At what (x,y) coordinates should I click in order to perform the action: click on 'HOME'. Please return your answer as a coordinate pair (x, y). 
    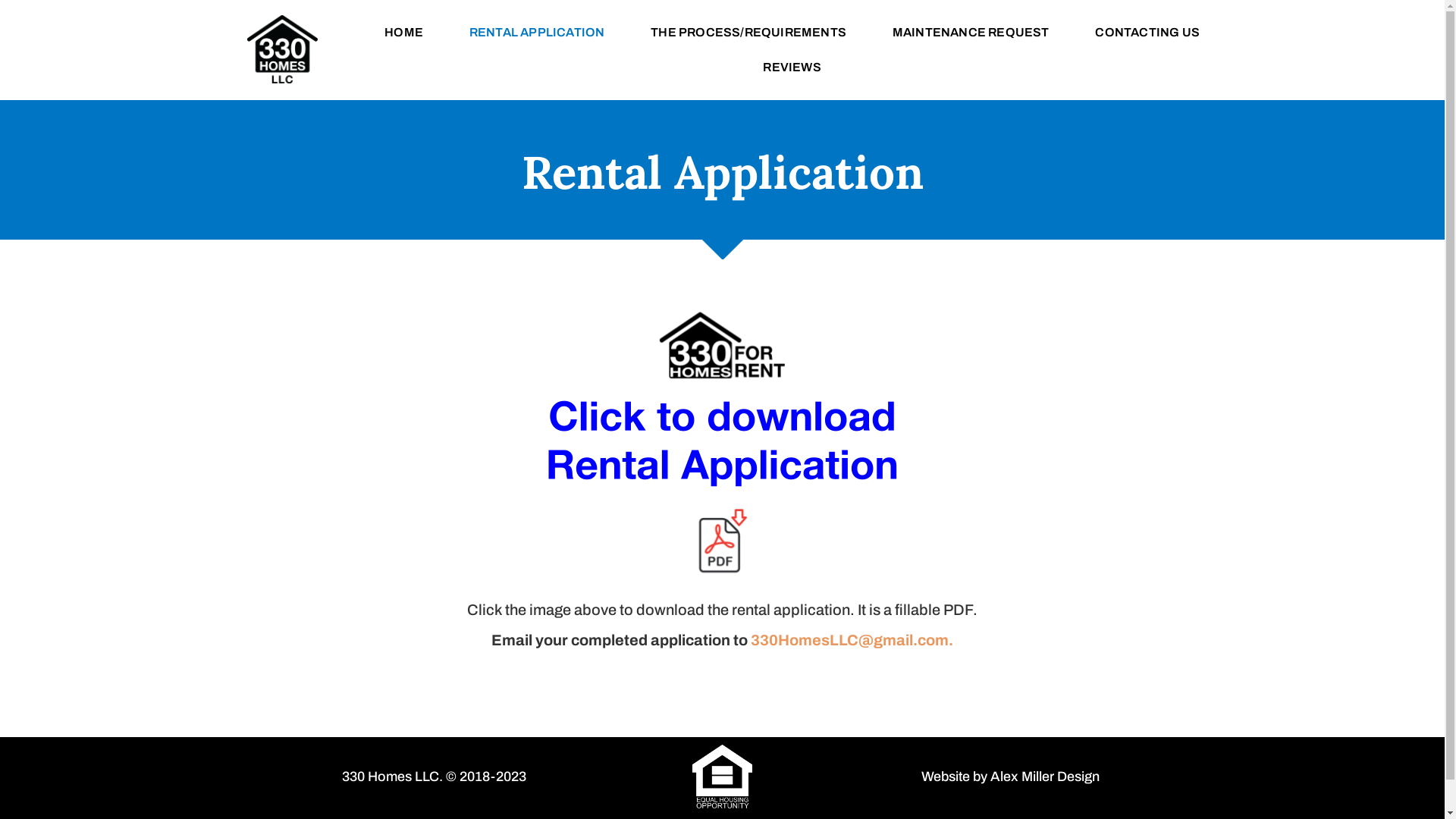
    Looking at the image, I should click on (360, 32).